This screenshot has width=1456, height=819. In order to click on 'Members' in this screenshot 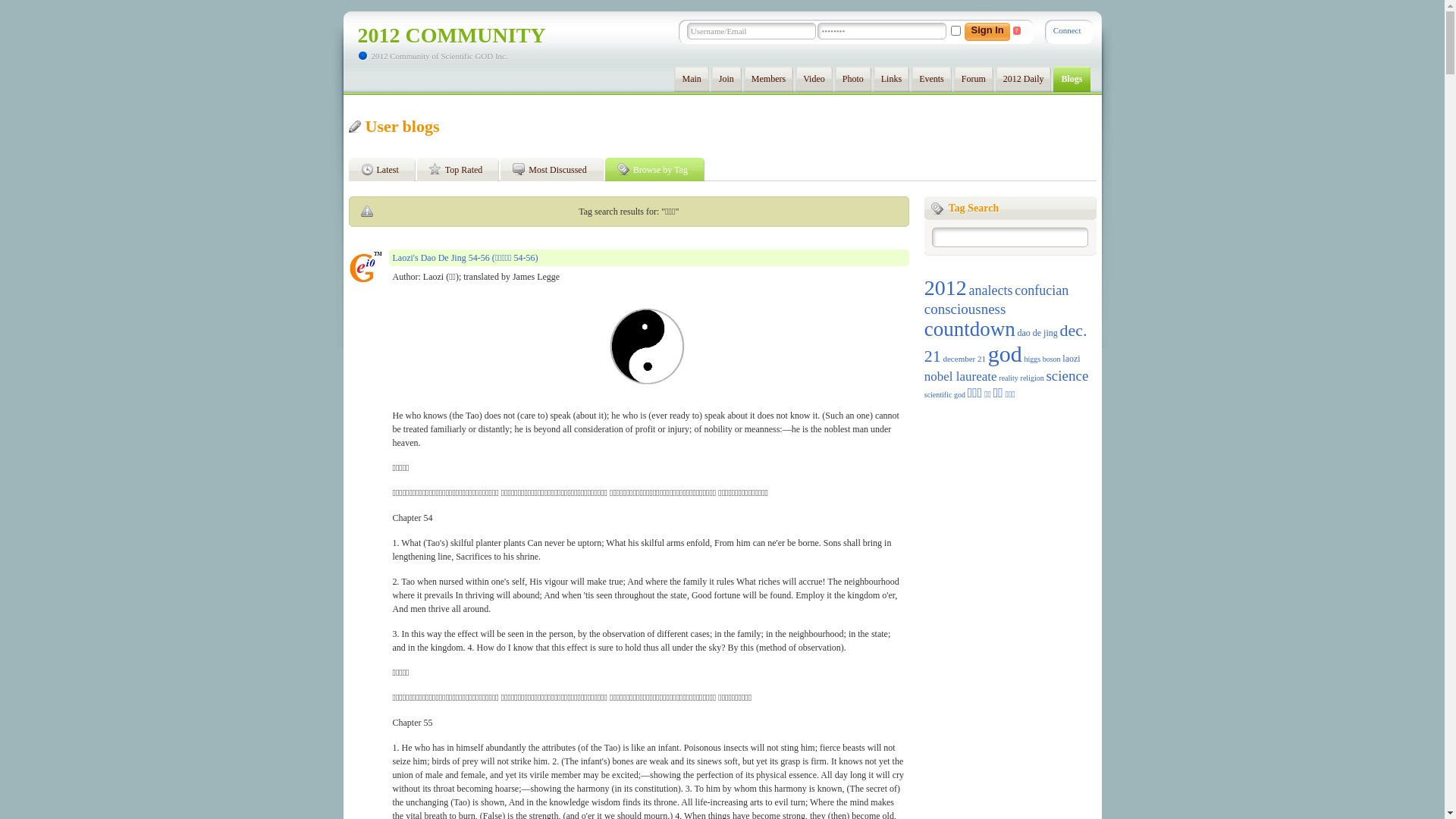, I will do `click(768, 79)`.